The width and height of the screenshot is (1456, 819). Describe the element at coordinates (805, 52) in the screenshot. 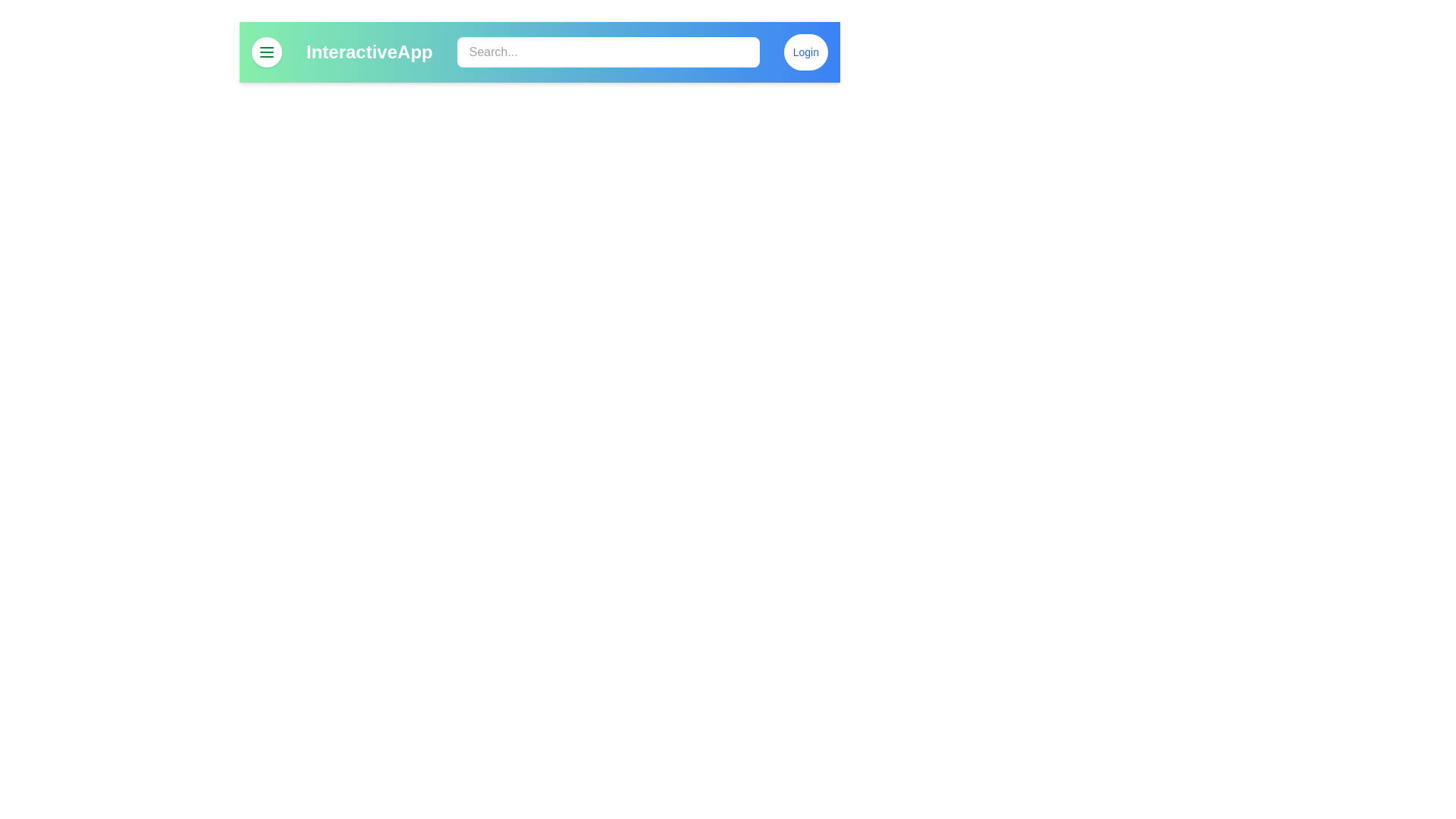

I see `the Login button to initiate the login functionality` at that location.